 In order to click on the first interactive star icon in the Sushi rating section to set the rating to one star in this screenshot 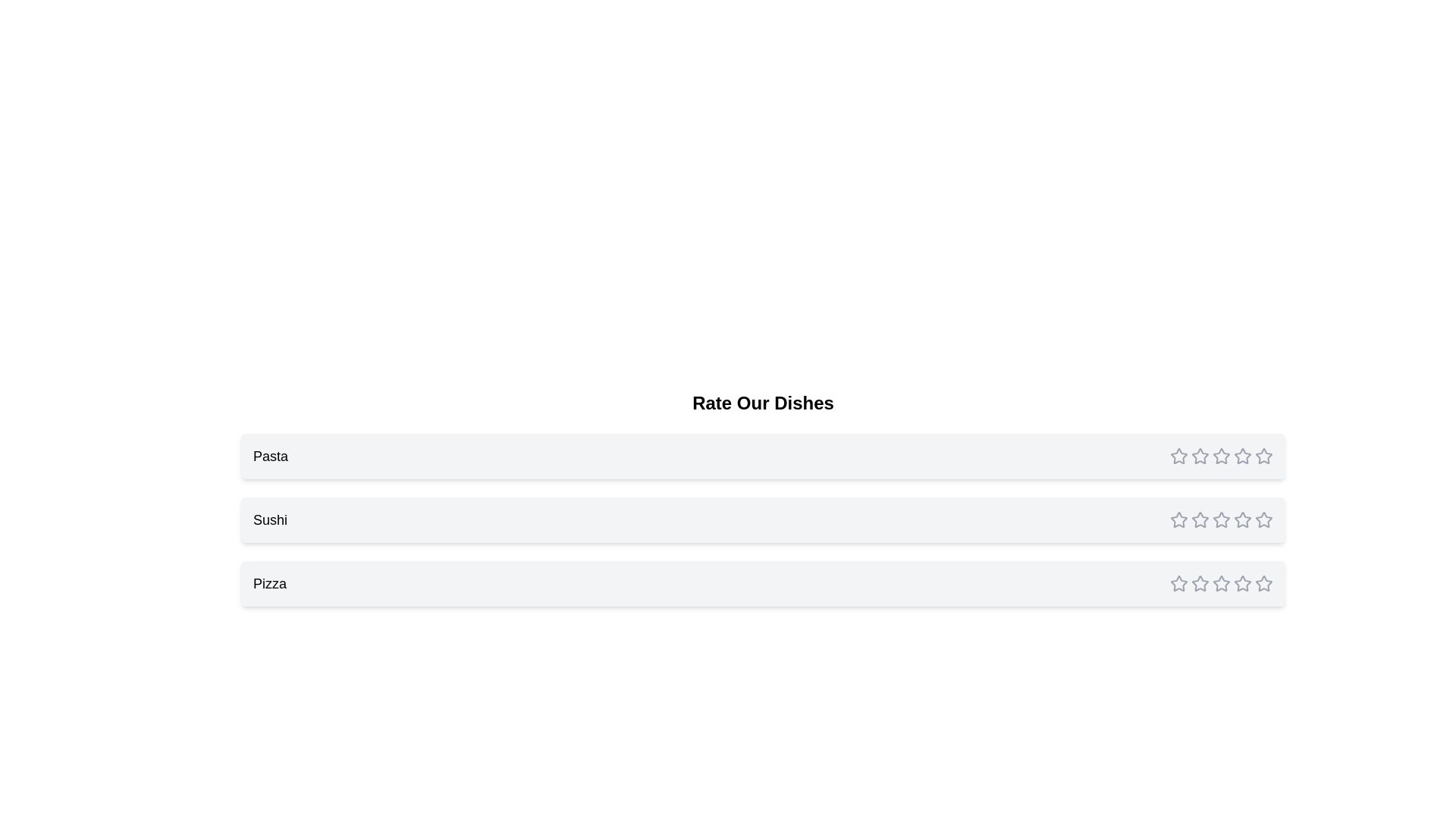, I will do `click(1178, 455)`.